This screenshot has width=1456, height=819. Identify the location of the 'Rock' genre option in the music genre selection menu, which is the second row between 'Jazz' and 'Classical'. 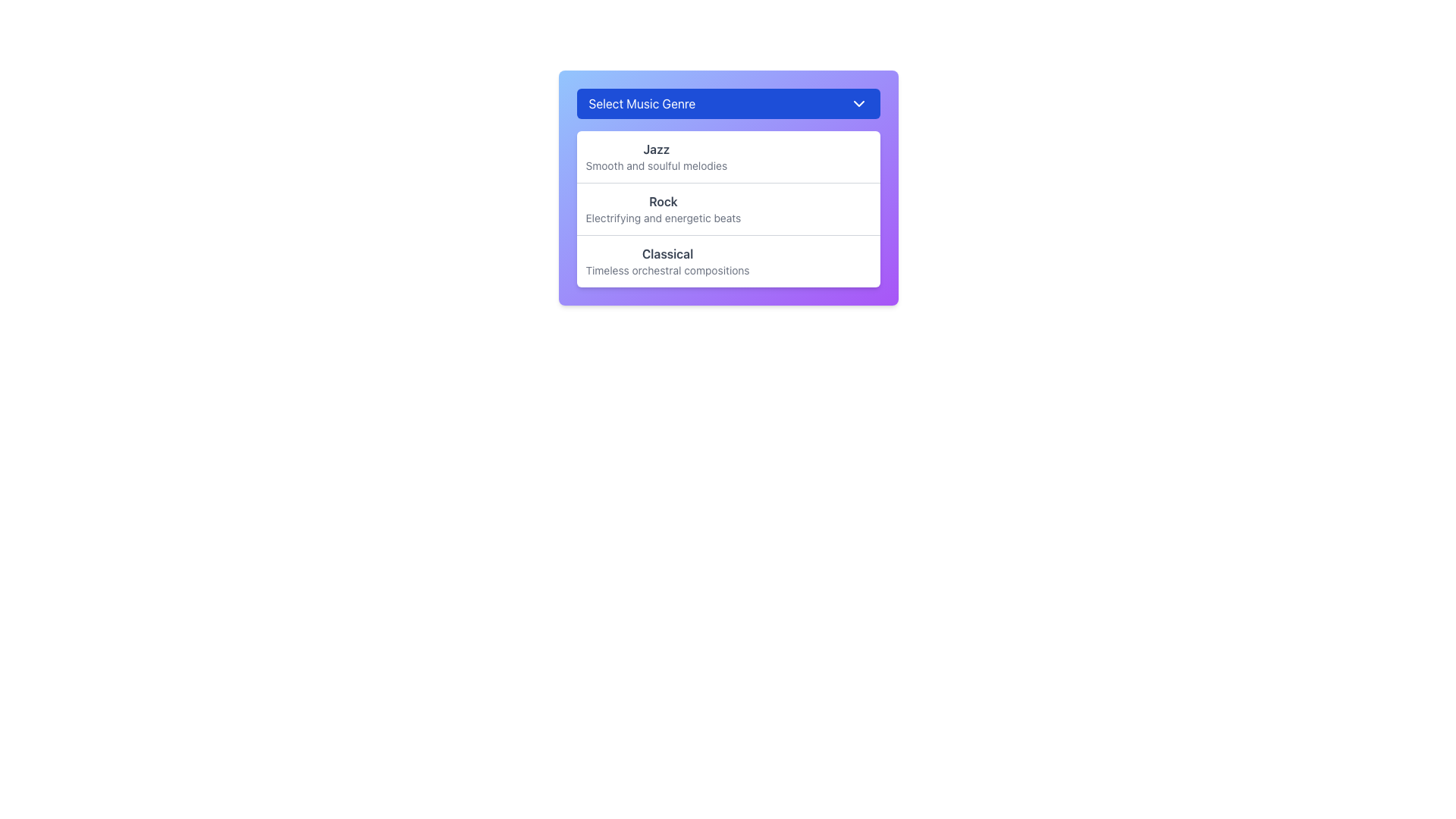
(728, 209).